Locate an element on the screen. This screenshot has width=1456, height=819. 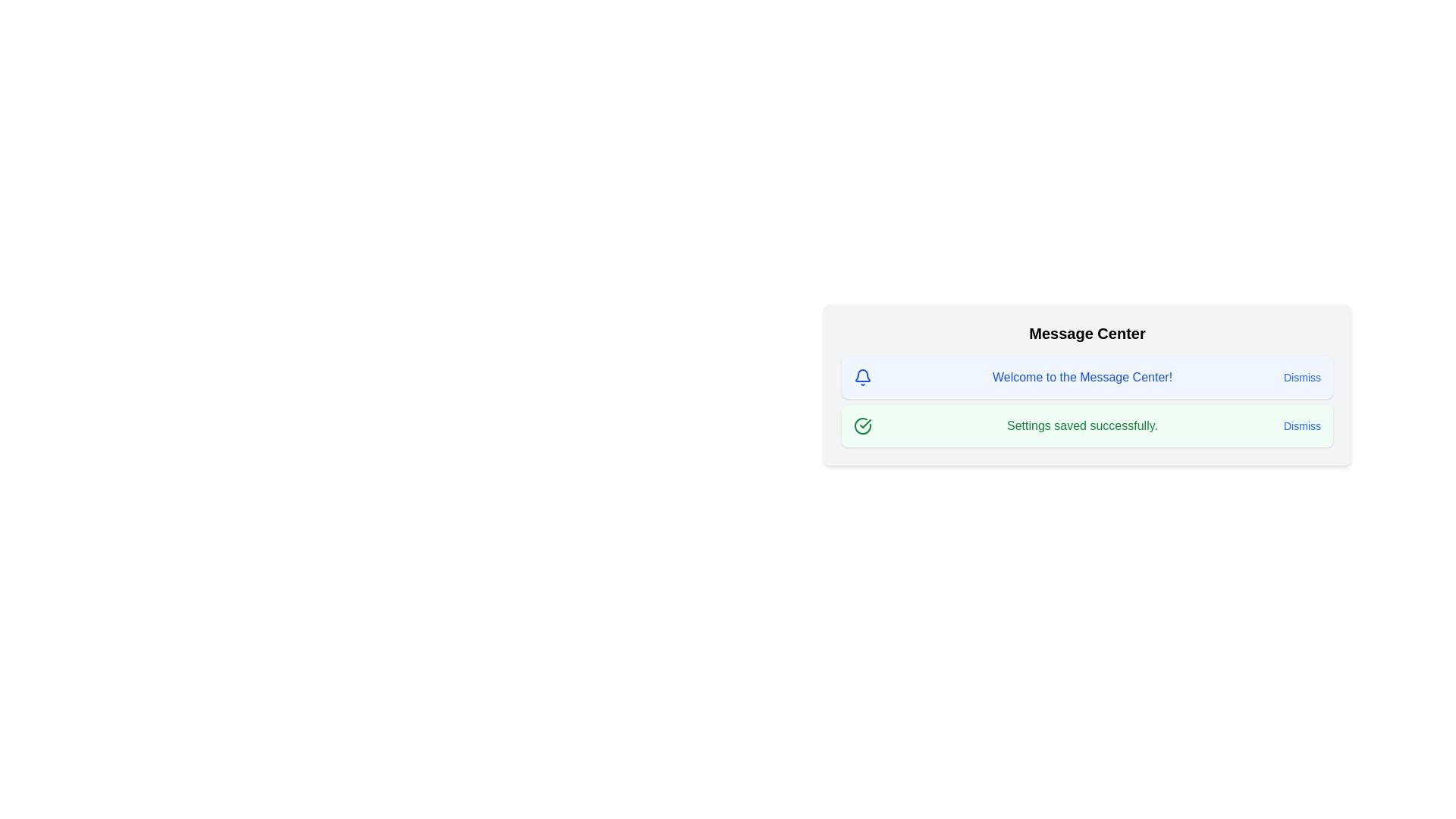
'Dismiss' button for the message labeled 'Settings saved successfully.' is located at coordinates (1301, 426).